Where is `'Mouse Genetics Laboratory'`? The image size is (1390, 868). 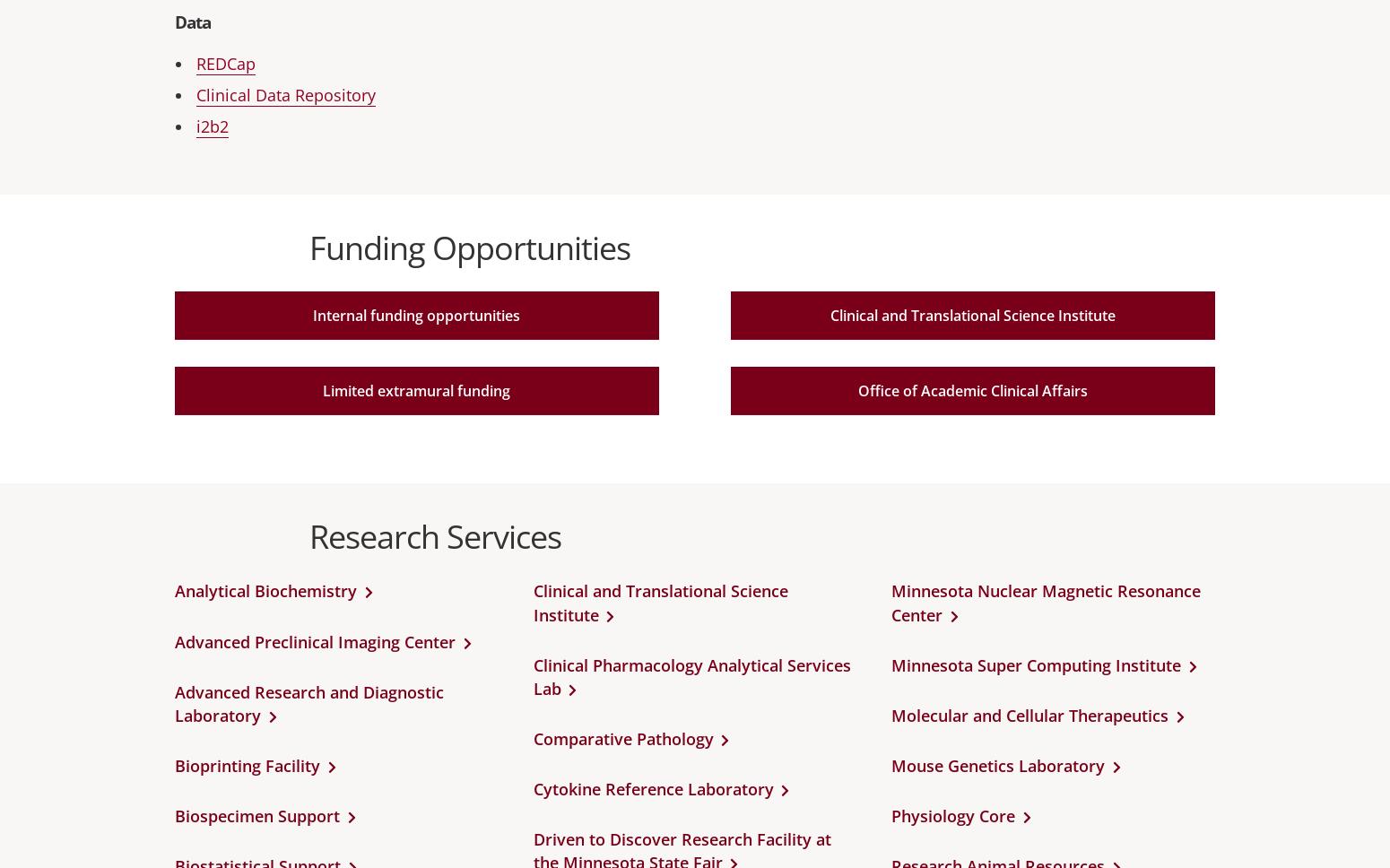
'Mouse Genetics Laboratory' is located at coordinates (997, 764).